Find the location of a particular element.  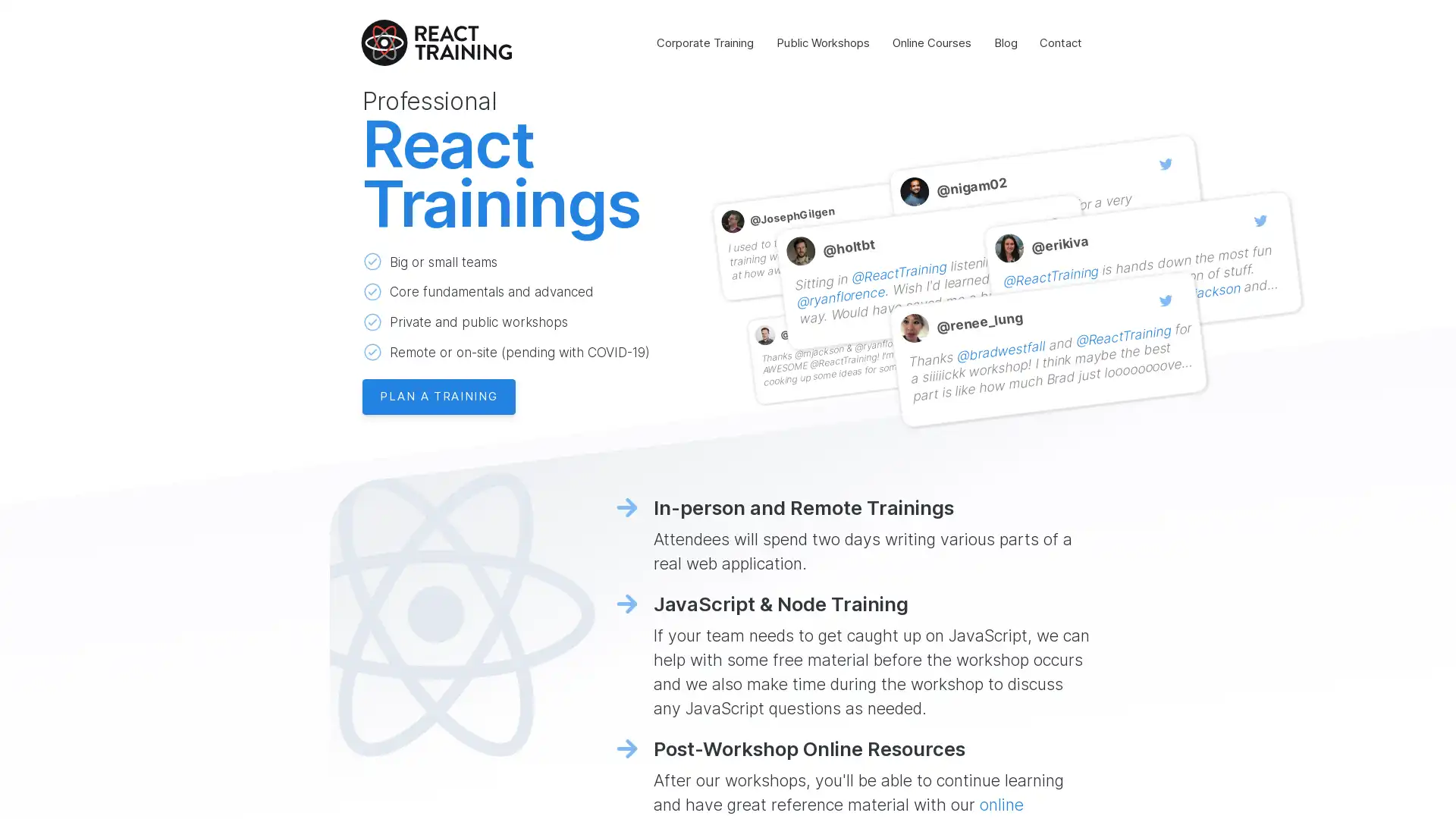

Twitter Avatar for sethdavis512 @sethdavis512 Thanks @mjackson & @ryanflorence for an AWESOME @ReactTraining! I'm already cooking up some ideas for some new components smile face with glasses is located at coordinates (858, 345).